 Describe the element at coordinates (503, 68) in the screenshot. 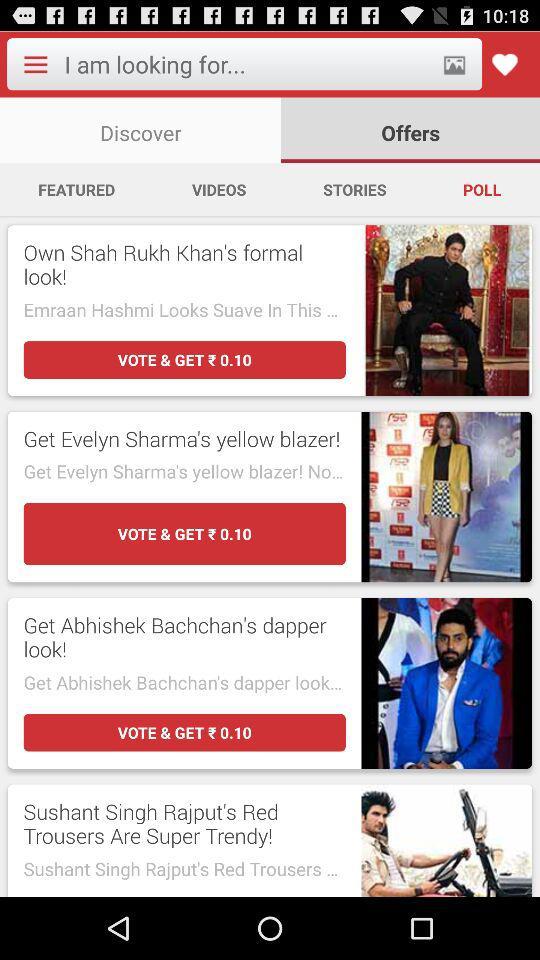

I see `the favorite icon` at that location.